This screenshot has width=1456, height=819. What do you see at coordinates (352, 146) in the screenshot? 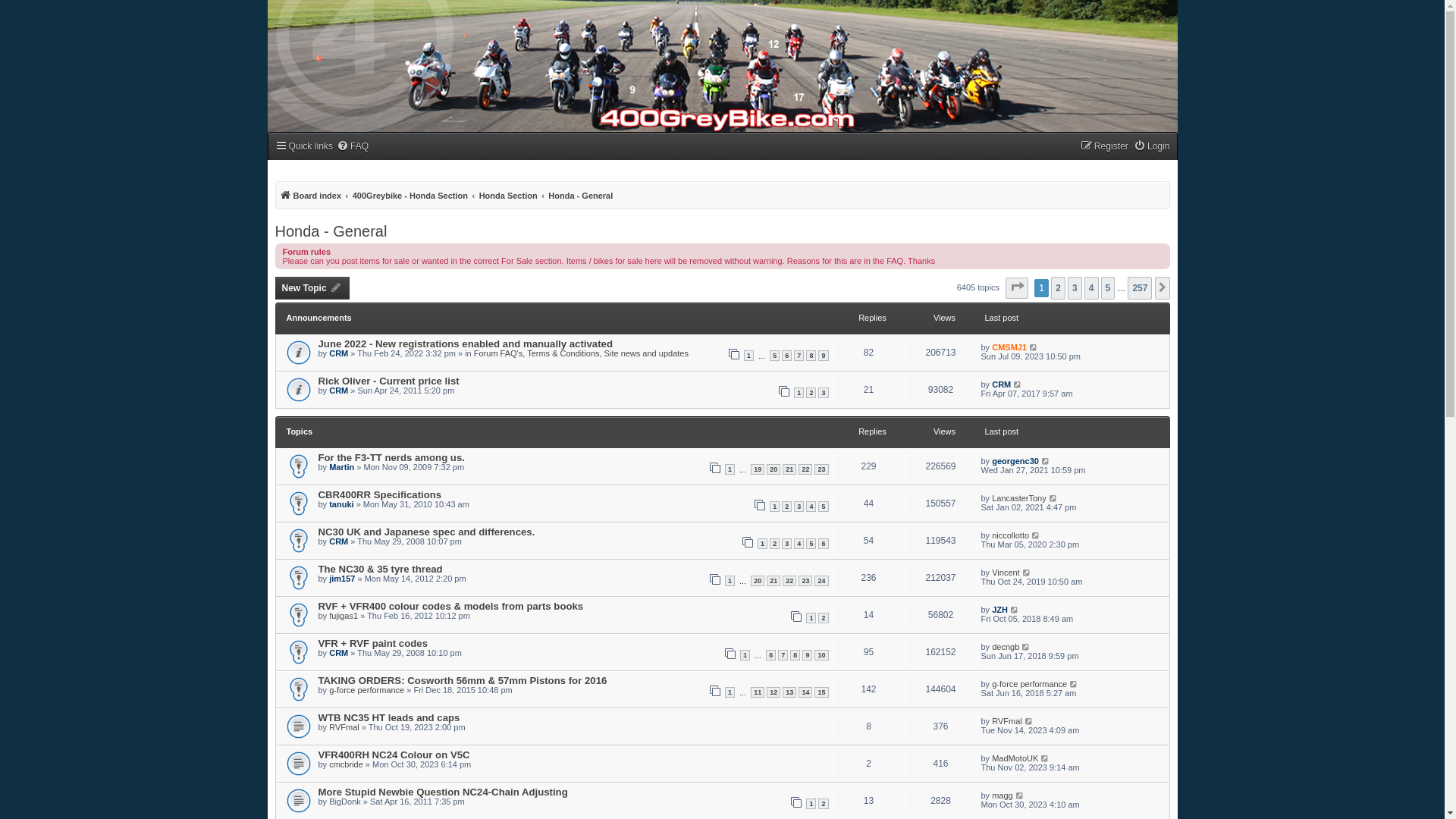
I see `'FAQ'` at bounding box center [352, 146].